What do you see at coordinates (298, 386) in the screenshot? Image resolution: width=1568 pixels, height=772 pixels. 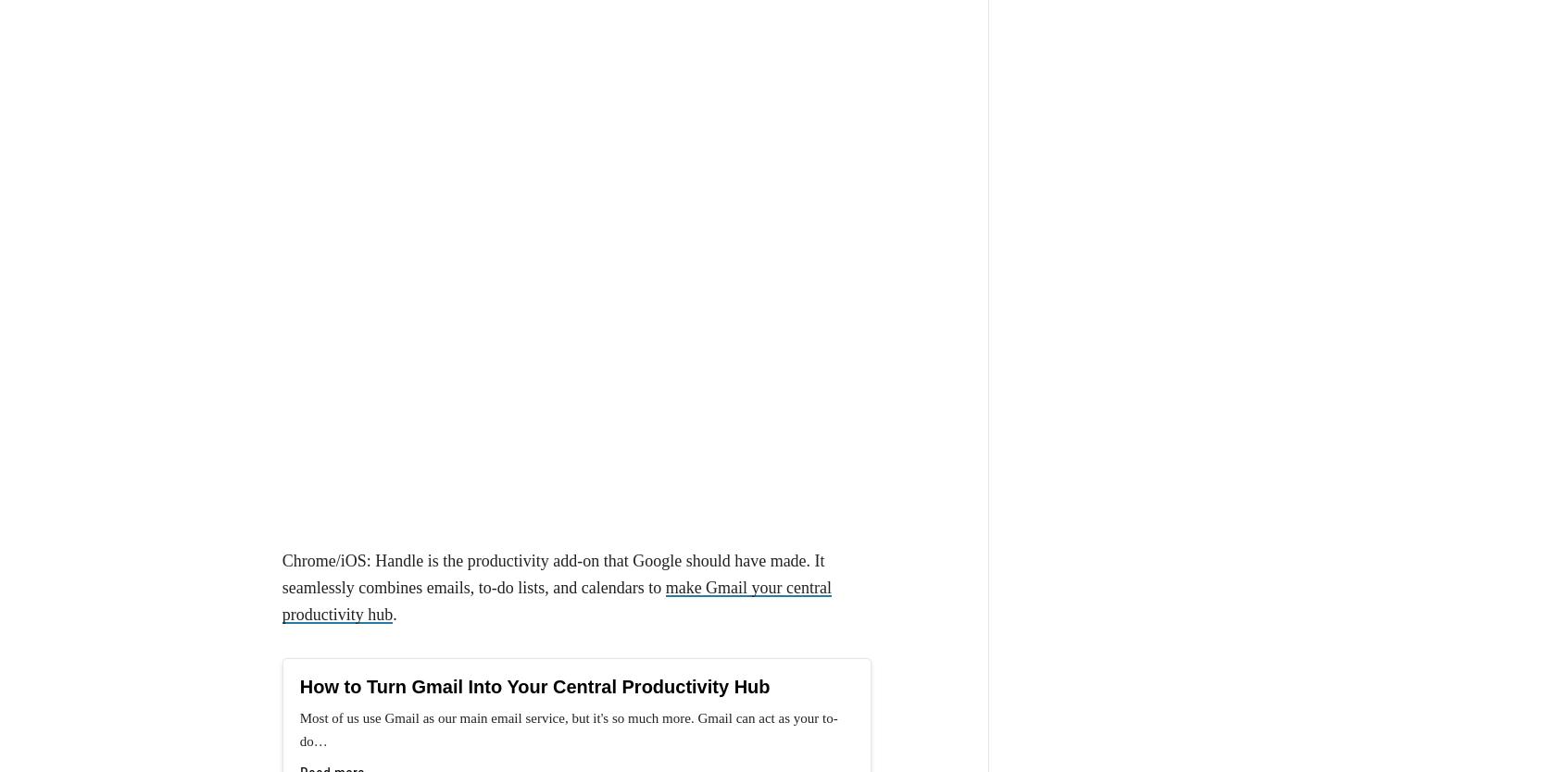 I see `'Most of us use Gmail as our main email service, but it's so much more. Gmail can act as your to-do…'` at bounding box center [298, 386].